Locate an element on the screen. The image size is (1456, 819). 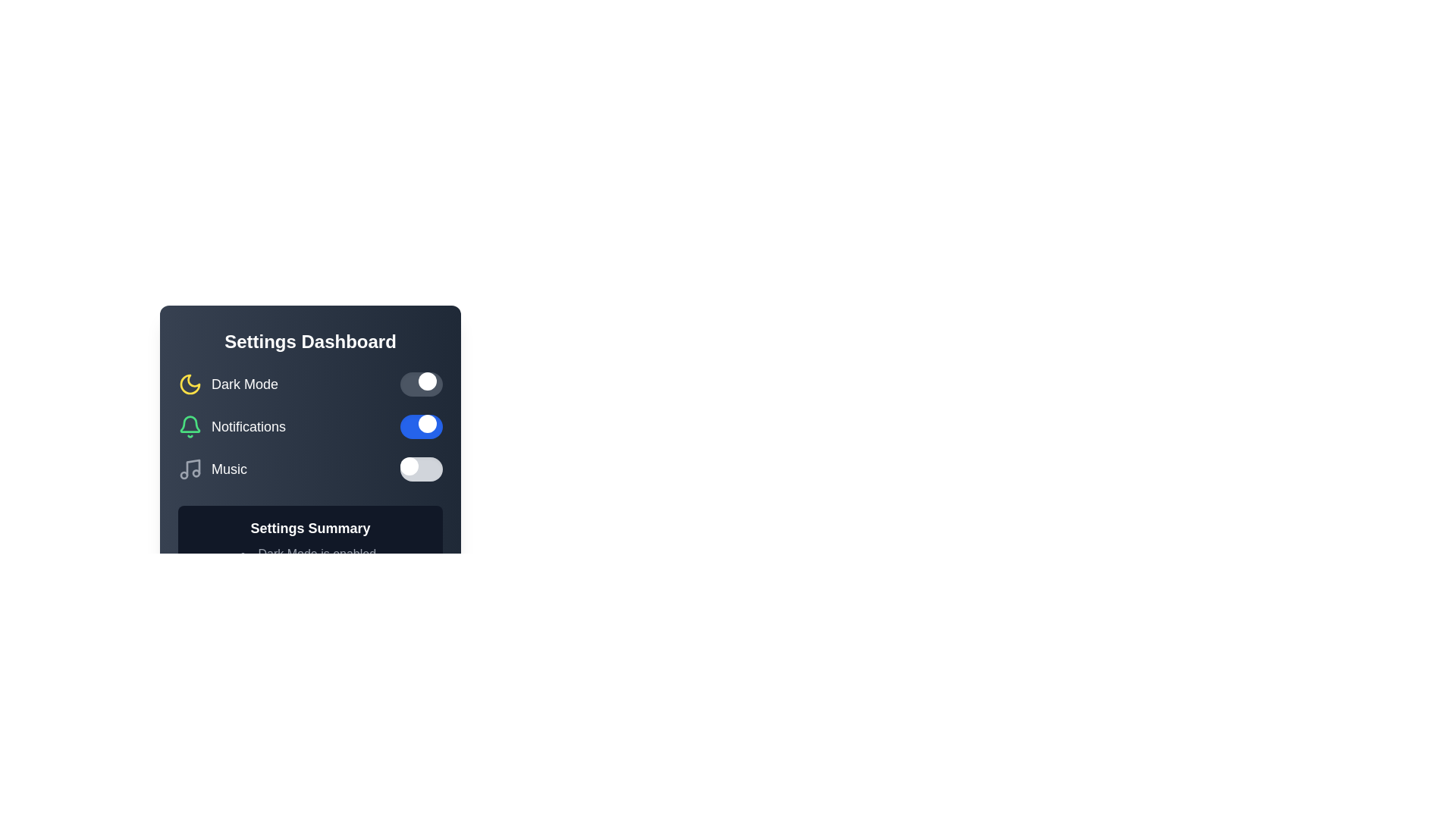
the label that describes the toggle switch for enabling or disabling dark mode, which is located to the right of a moon-shaped icon in the settings dashboard is located at coordinates (244, 383).